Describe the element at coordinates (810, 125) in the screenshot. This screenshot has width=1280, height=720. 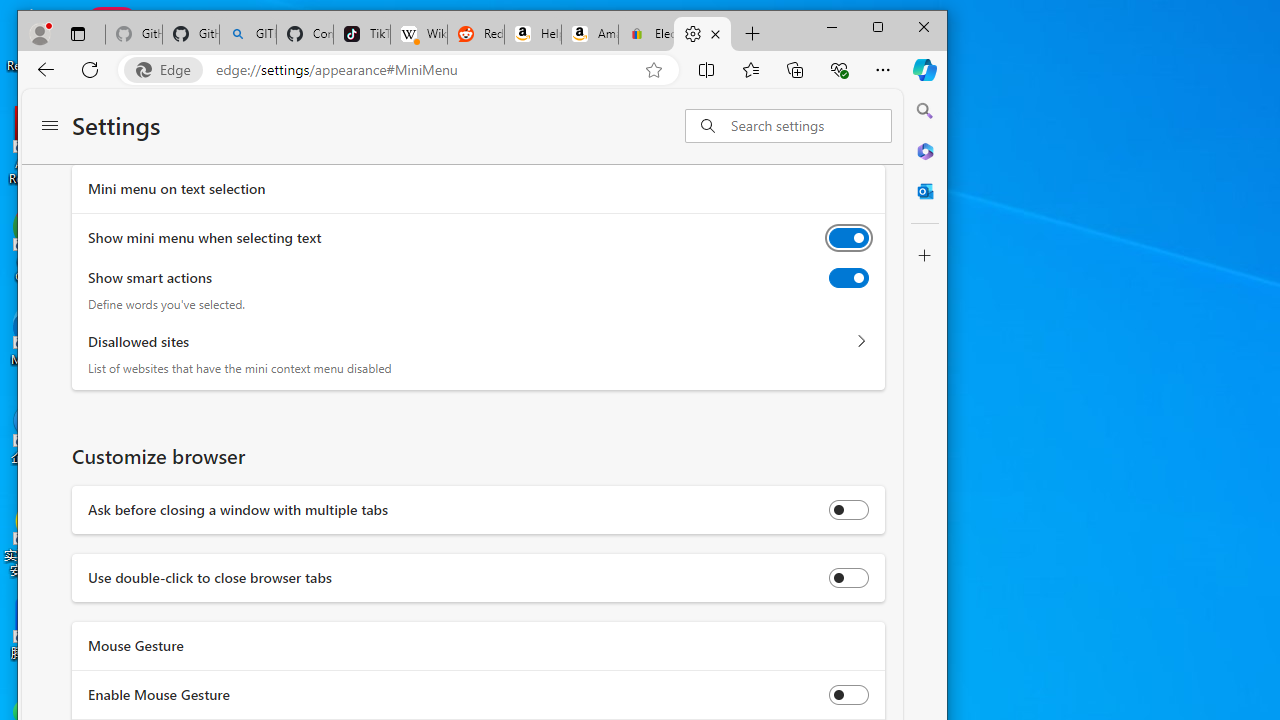
I see `'Search settings'` at that location.